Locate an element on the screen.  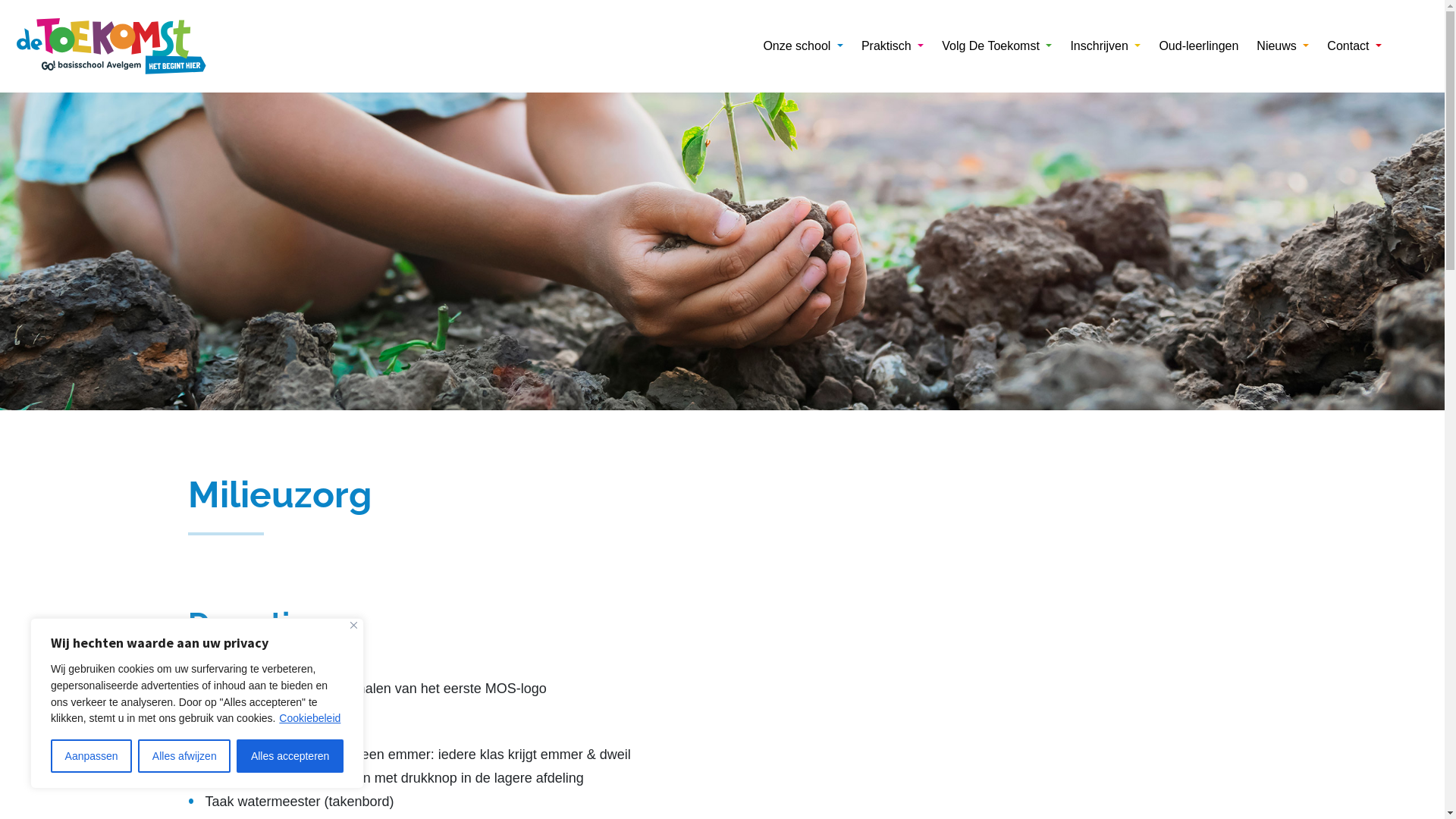
'Onze school' is located at coordinates (802, 45).